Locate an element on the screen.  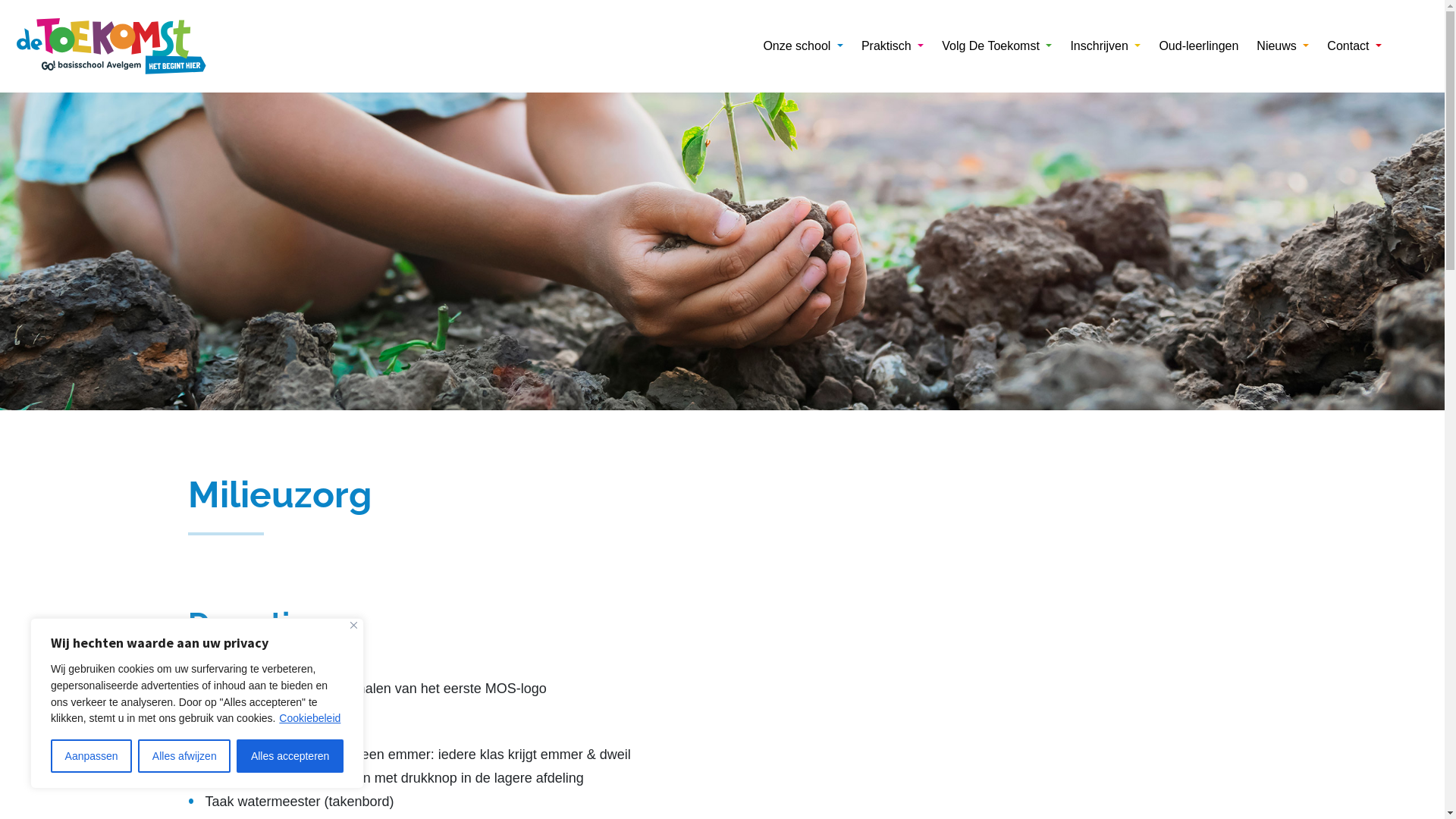
'Onze school' is located at coordinates (802, 45).